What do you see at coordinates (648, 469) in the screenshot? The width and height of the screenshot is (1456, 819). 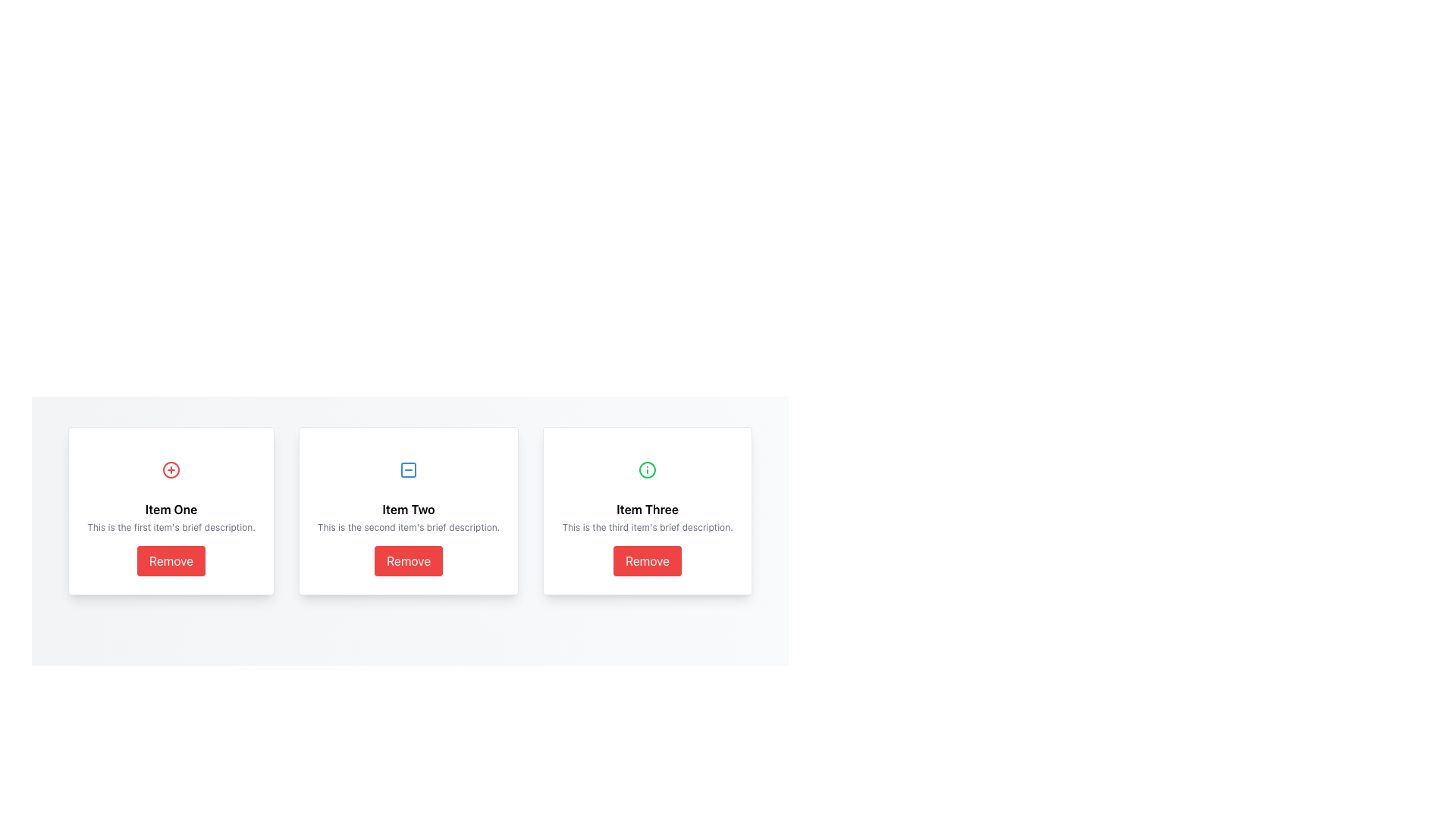 I see `the circular icon with a green border and central green dot located at the top-center of the card labeled 'Item Three'` at bounding box center [648, 469].